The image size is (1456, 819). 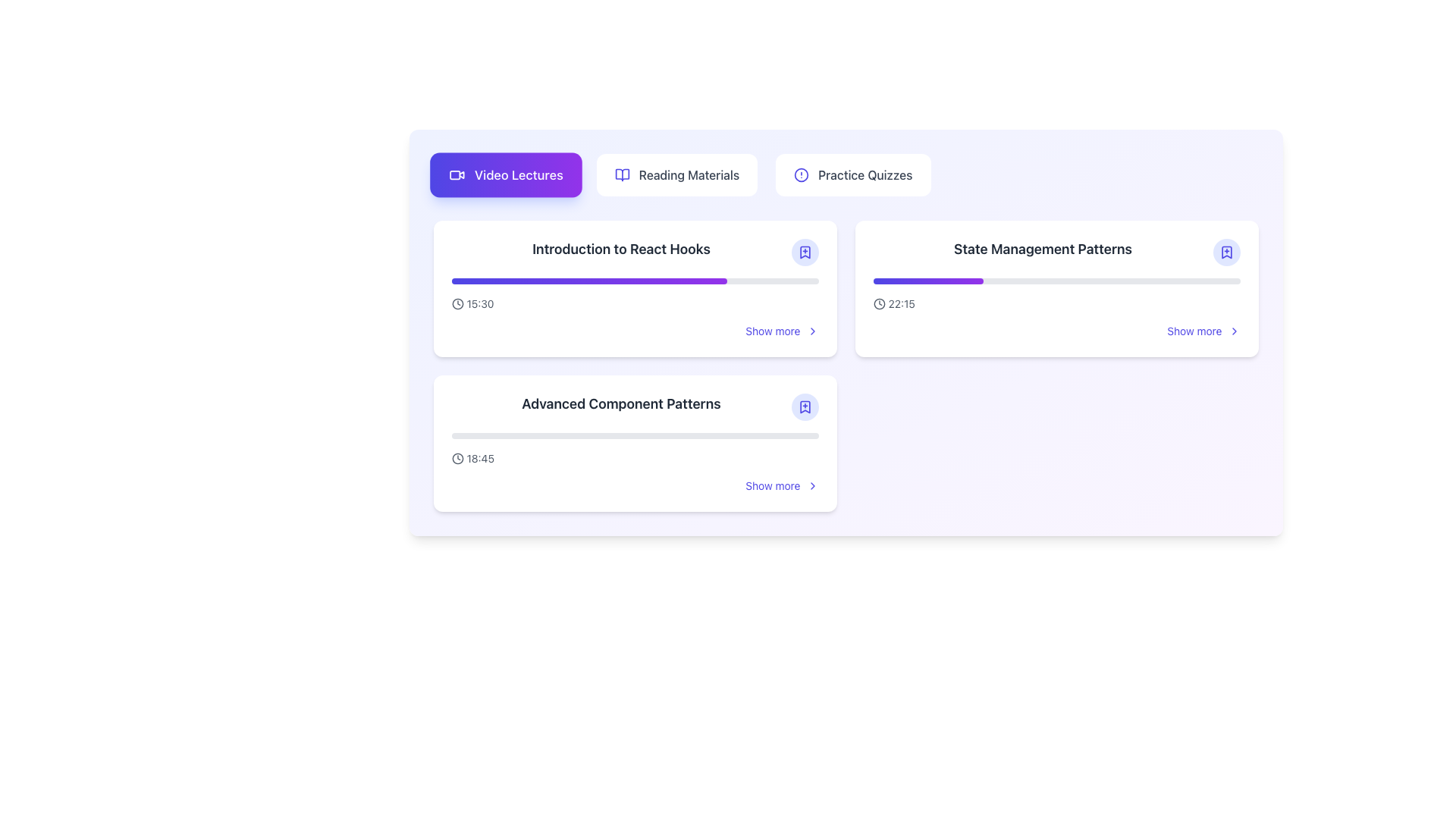 I want to click on the clock icon located on the left of the text '18:45' within the 'Advanced Component Patterns' card, so click(x=457, y=458).